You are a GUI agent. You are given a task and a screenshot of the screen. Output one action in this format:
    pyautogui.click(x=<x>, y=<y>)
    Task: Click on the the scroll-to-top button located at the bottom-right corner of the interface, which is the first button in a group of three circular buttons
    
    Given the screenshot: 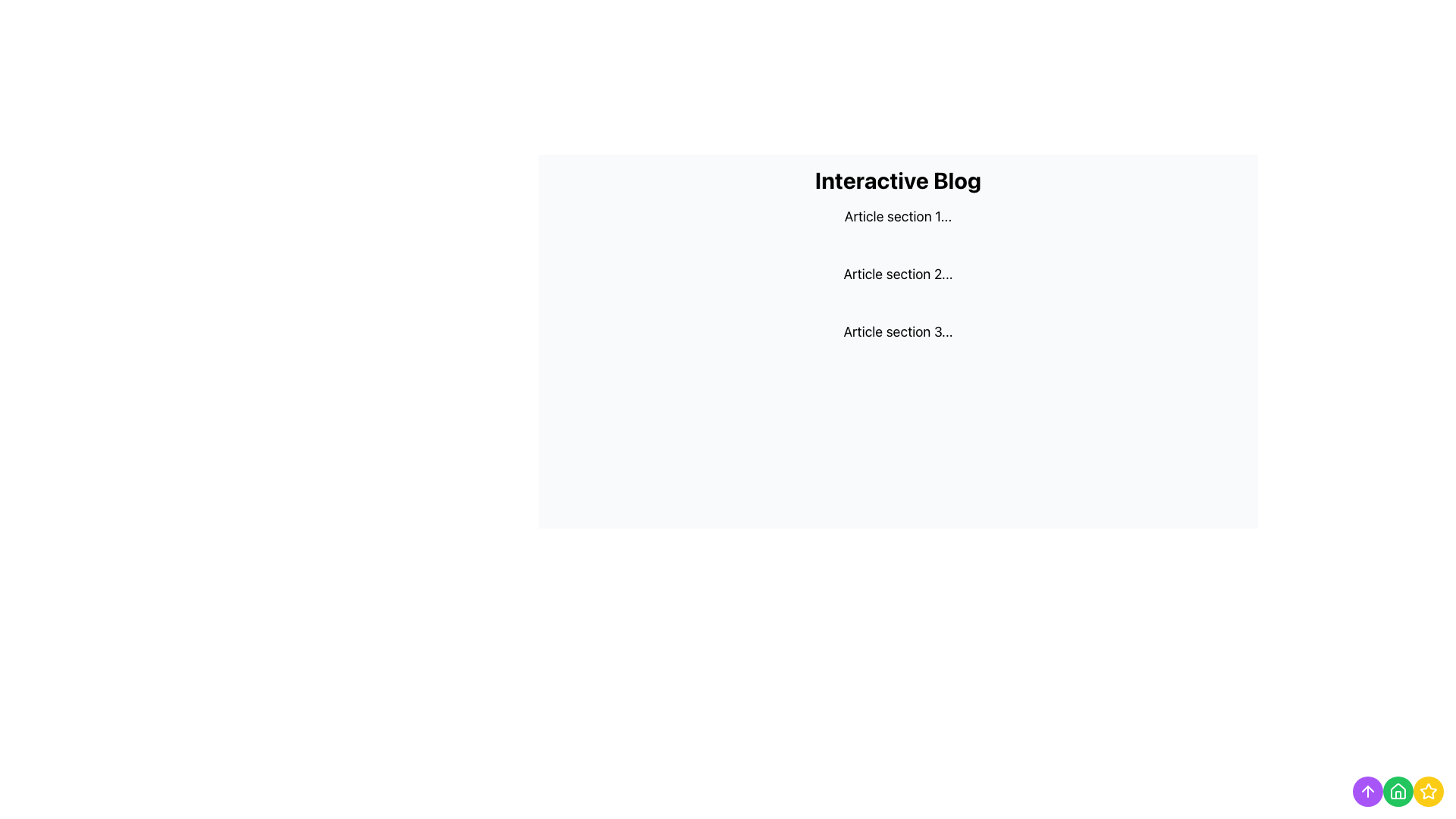 What is the action you would take?
    pyautogui.click(x=1368, y=791)
    